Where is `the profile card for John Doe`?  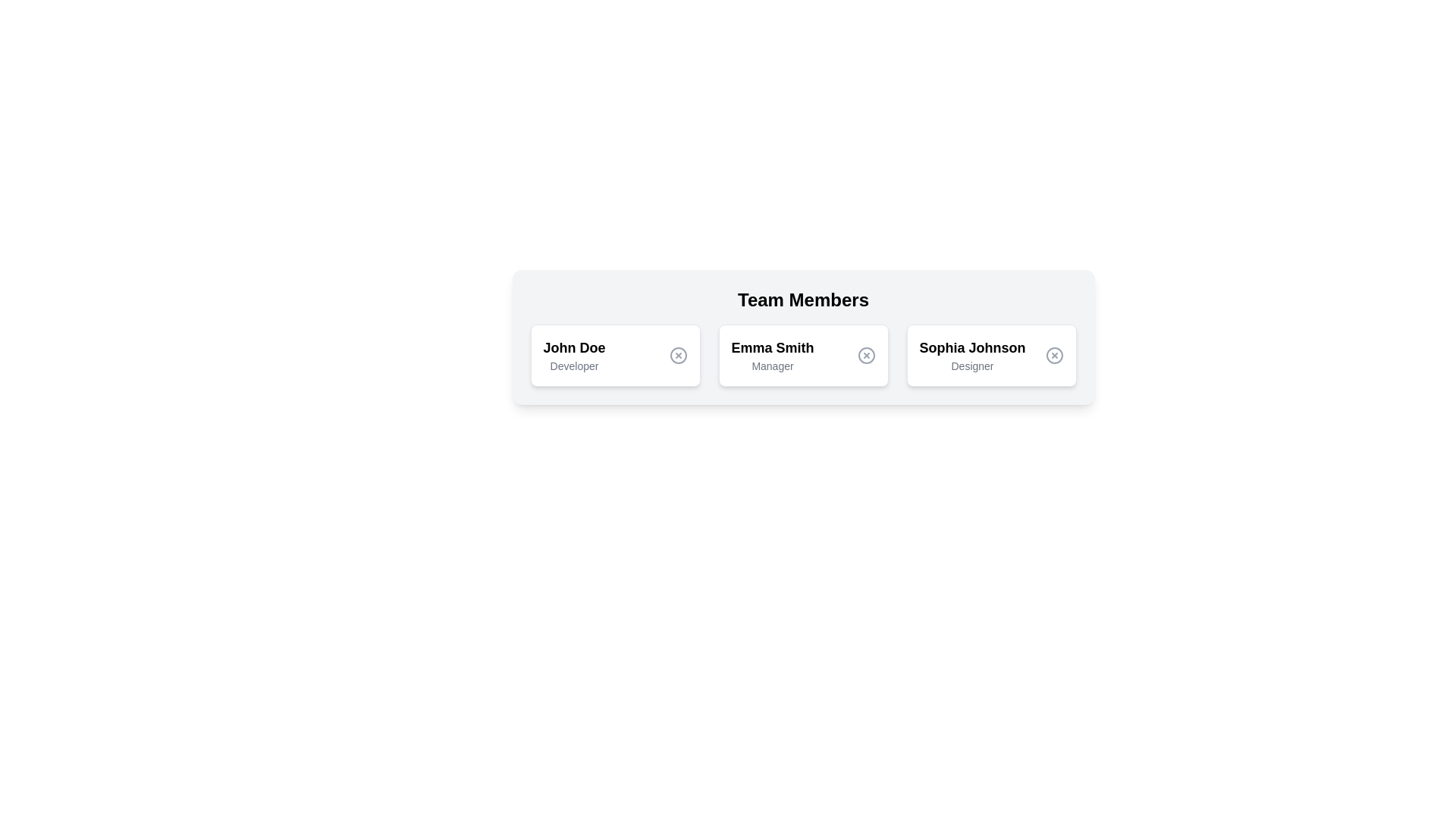
the profile card for John Doe is located at coordinates (615, 356).